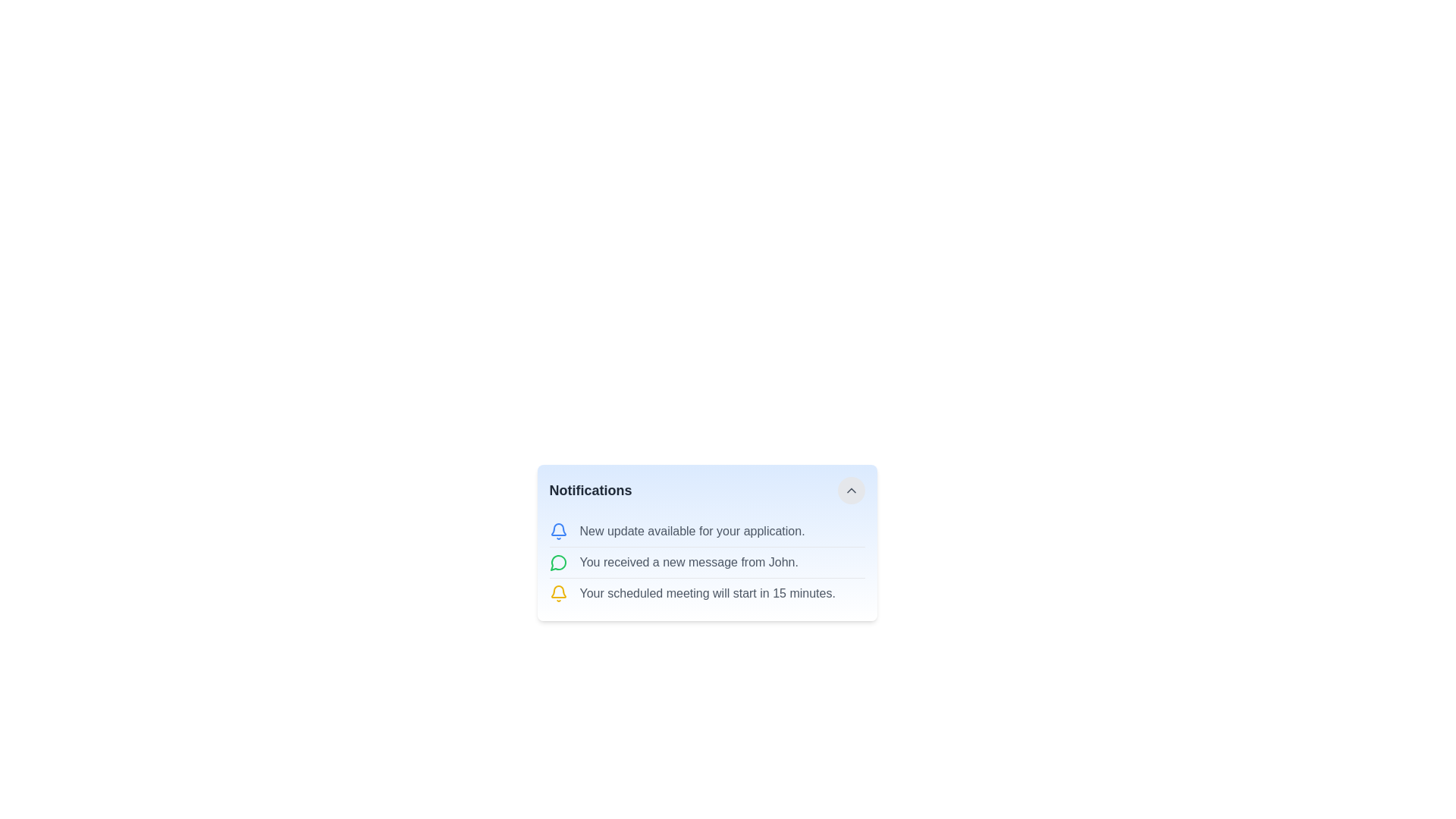 This screenshot has width=1456, height=819. What do you see at coordinates (706, 531) in the screenshot?
I see `the Notification item that informs the user about an application update, positioned at the top of the notifications list under the 'Notifications' heading` at bounding box center [706, 531].